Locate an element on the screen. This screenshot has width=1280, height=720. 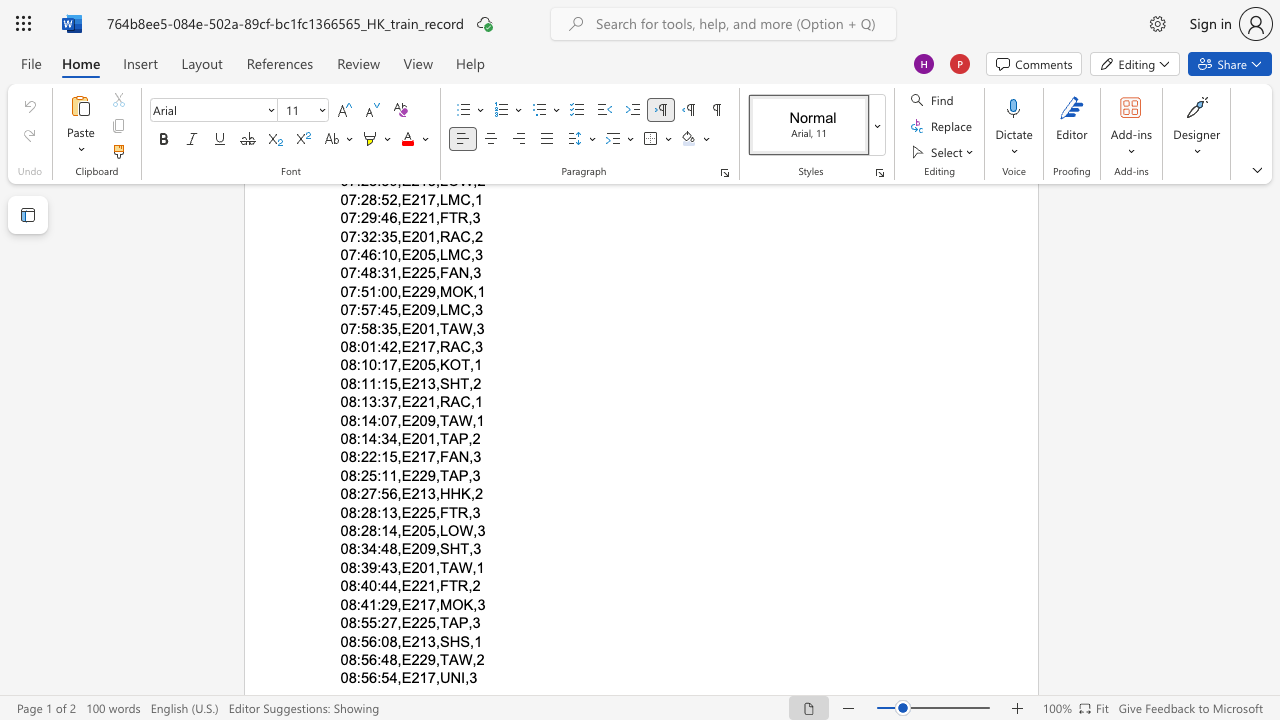
the subset text ",2" within the text "08:40:44,E221,FTR,2" is located at coordinates (467, 585).